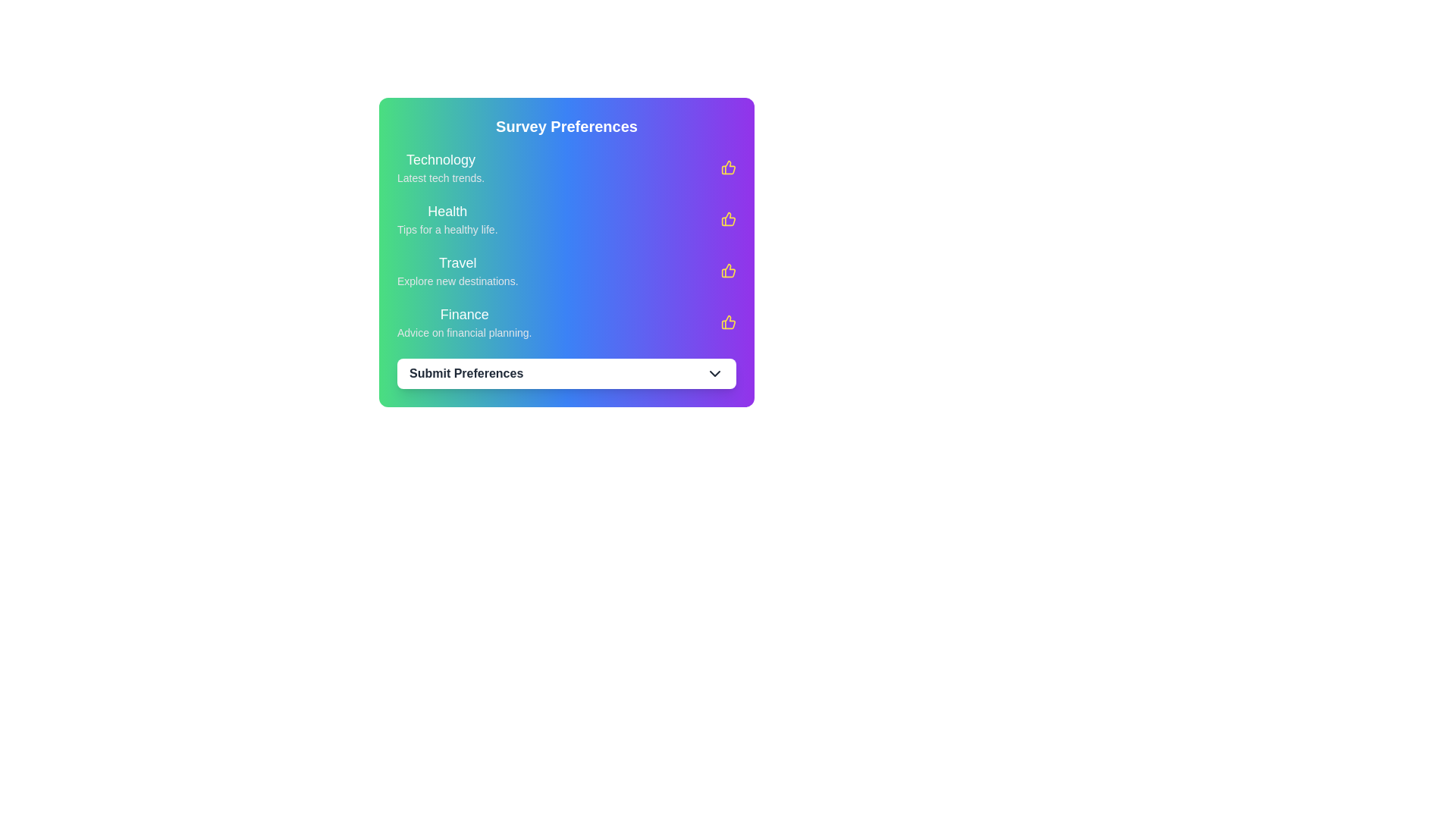  What do you see at coordinates (440, 177) in the screenshot?
I see `the text label providing additional descriptive information about the 'Technology' category in the 'Survey Preferences' panel, which is positioned as the second line following the 'Technology' heading` at bounding box center [440, 177].